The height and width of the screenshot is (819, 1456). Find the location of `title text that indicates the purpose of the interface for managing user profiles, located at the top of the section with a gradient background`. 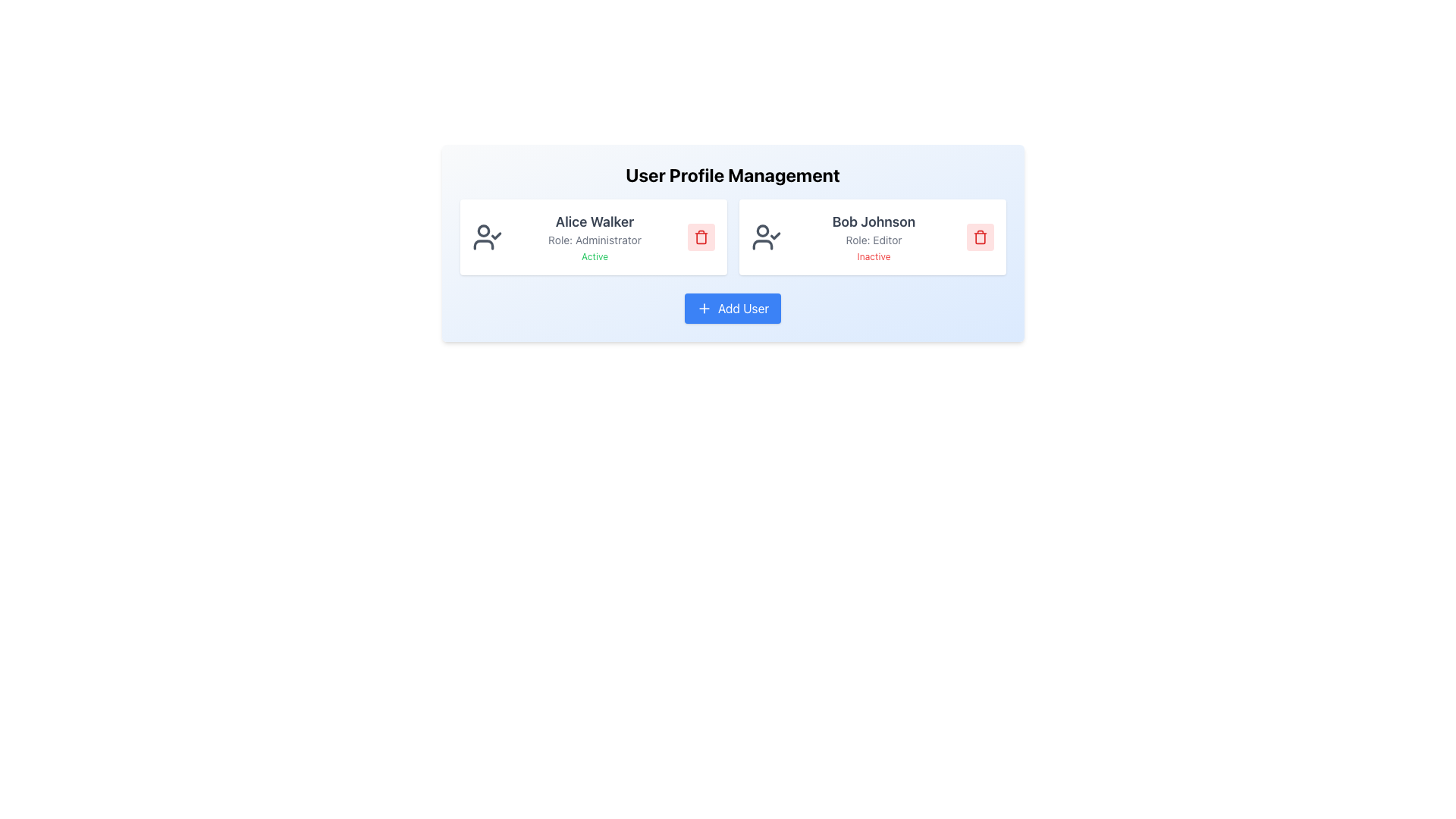

title text that indicates the purpose of the interface for managing user profiles, located at the top of the section with a gradient background is located at coordinates (733, 174).